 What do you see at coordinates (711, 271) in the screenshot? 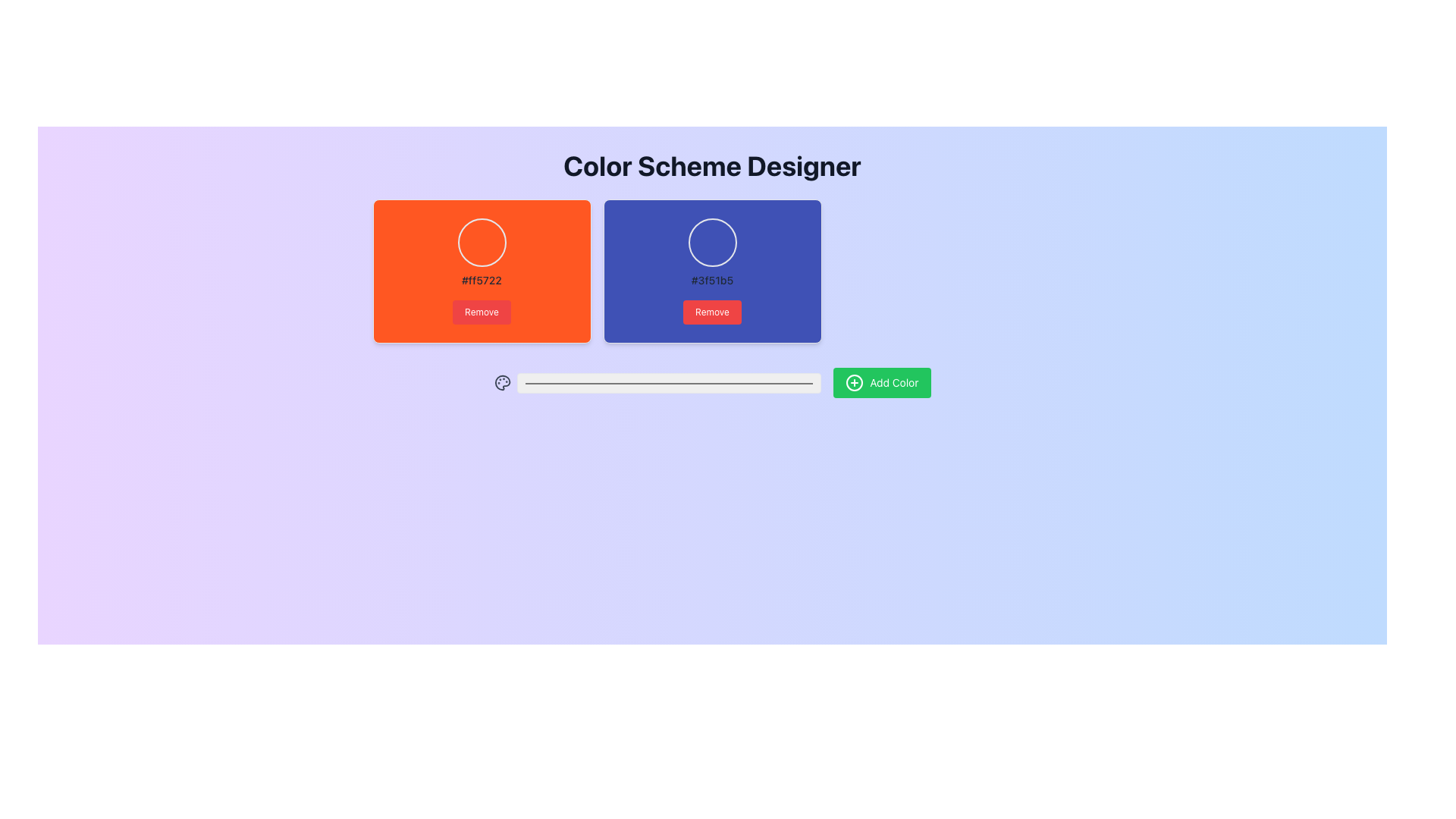
I see `the interactive card with a dark blue background containing the '#3f51b5' text label and a 'Remove' button at the bottom` at bounding box center [711, 271].